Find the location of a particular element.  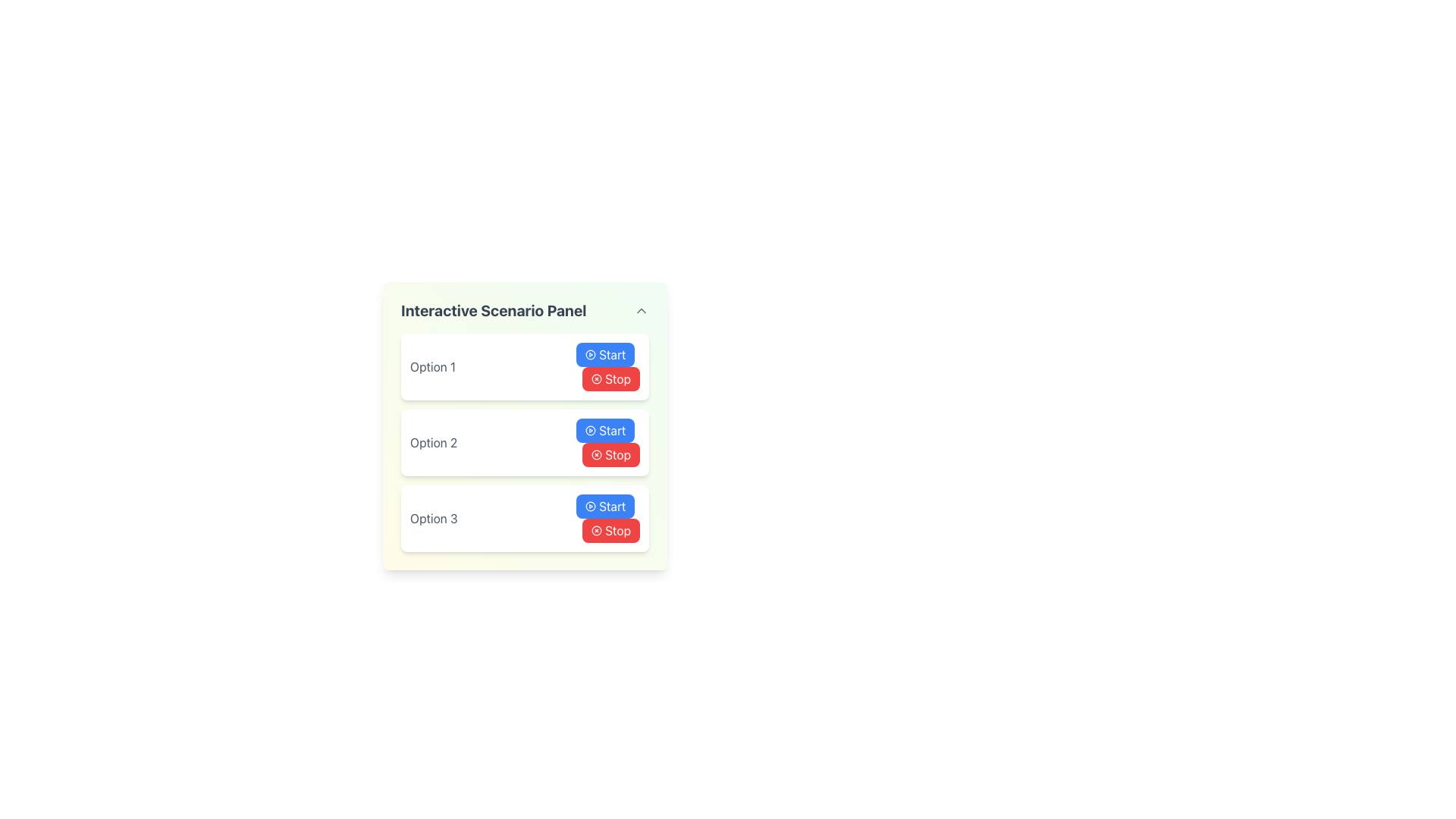

the upward-pointing chevron button located in the top-right corner of the 'Interactive Scenario Panel' header to change its color is located at coordinates (641, 309).